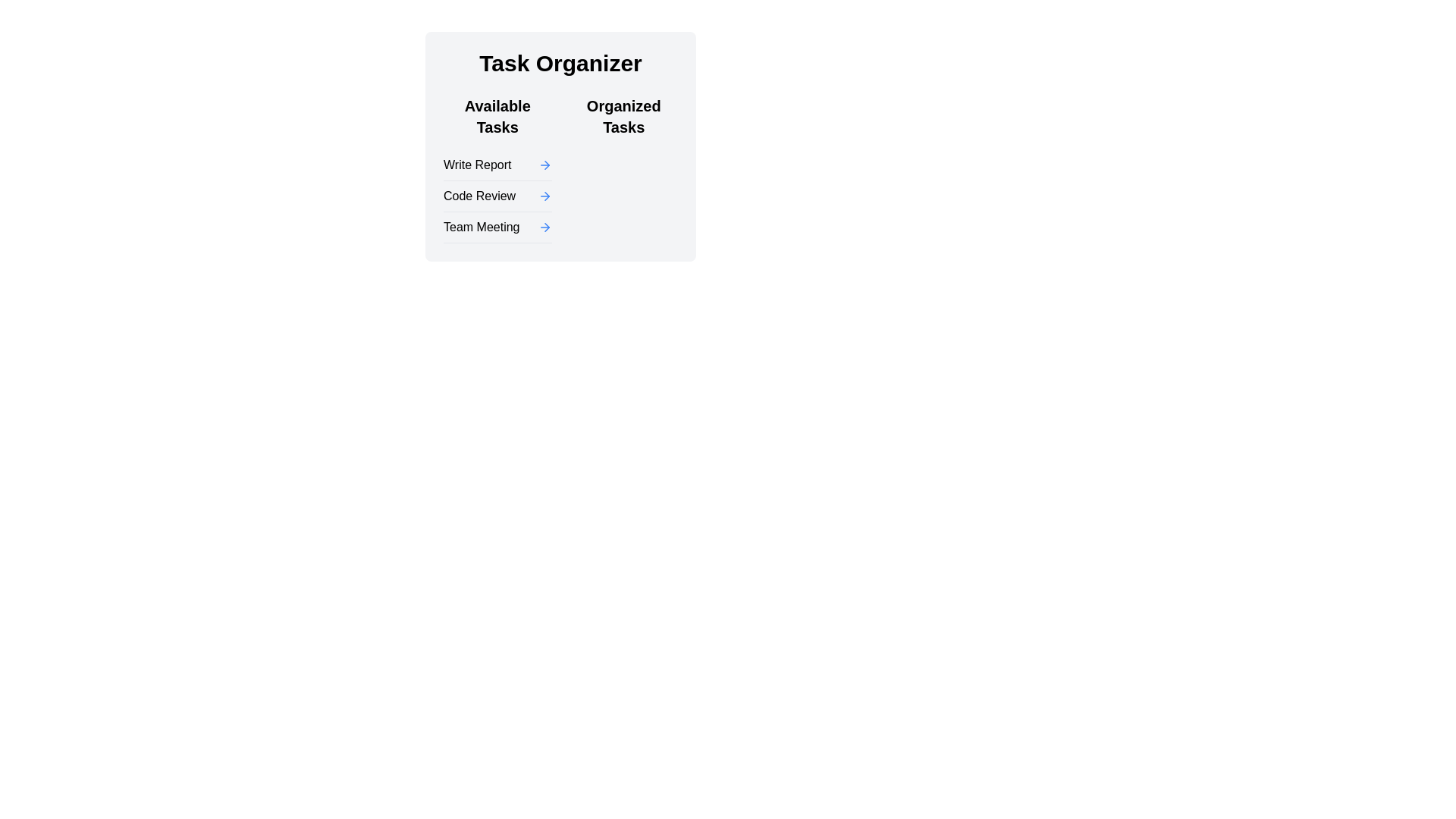  What do you see at coordinates (544, 165) in the screenshot?
I see `the Icon Link or Button located to the right of the 'Write Report' label in the 'Available Tasks' section of the 'Task Organizer' interface` at bounding box center [544, 165].